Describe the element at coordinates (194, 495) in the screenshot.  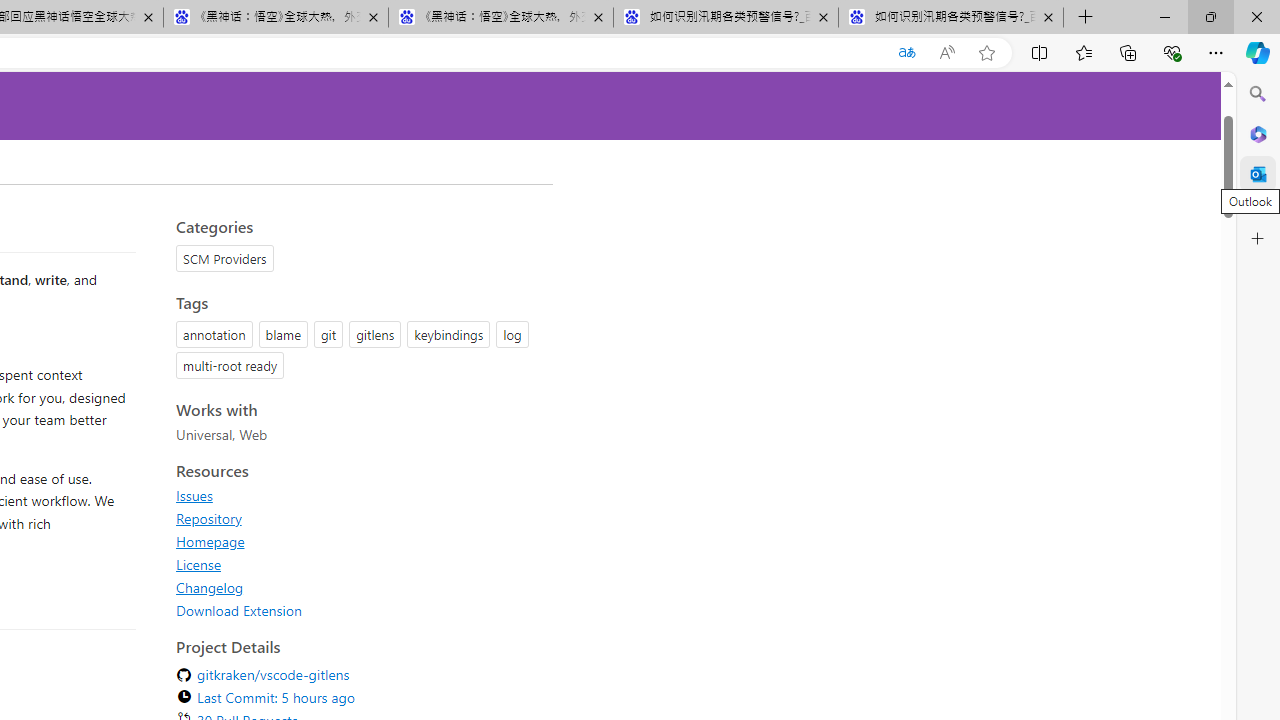
I see `'Issues'` at that location.